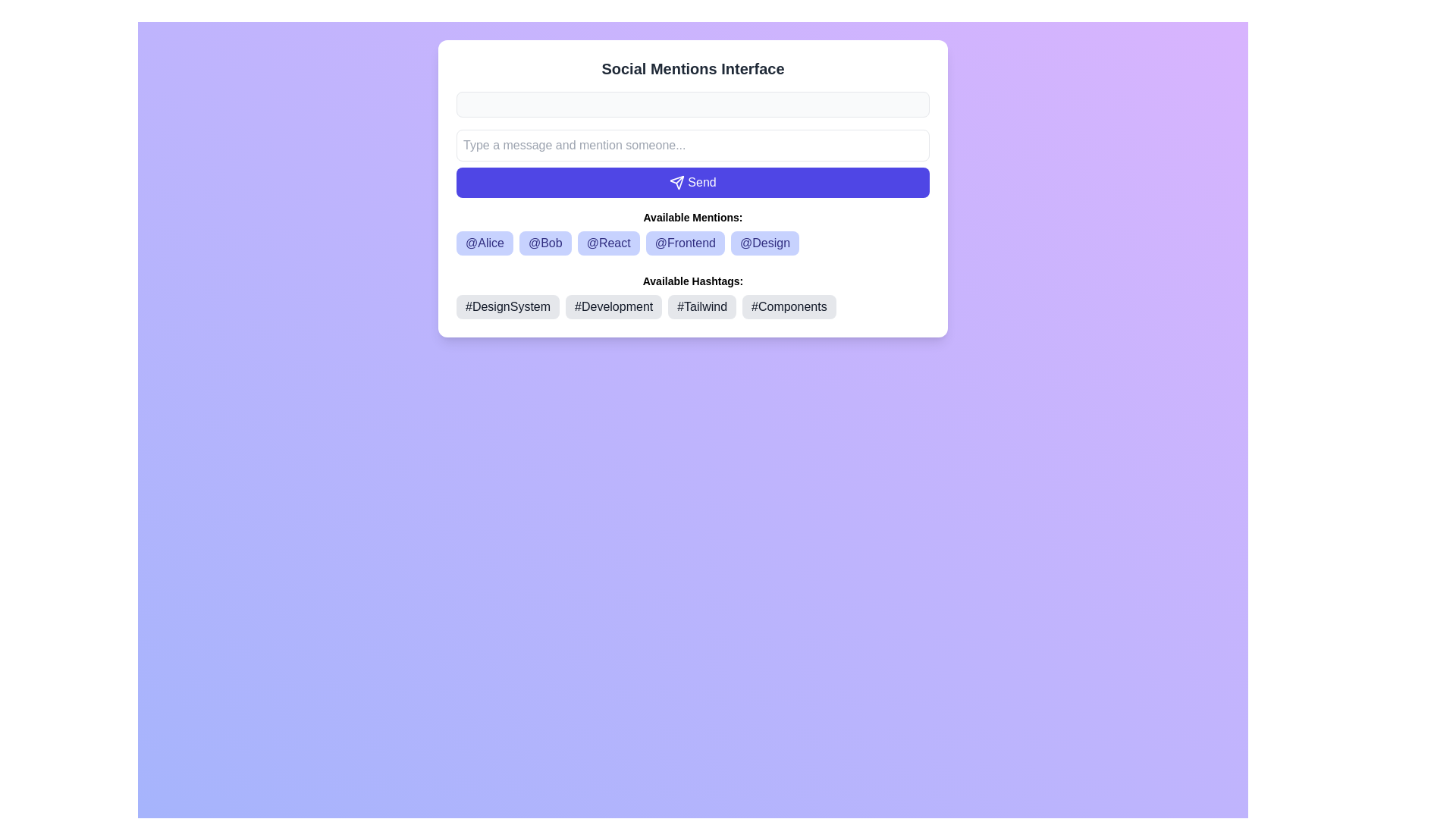  Describe the element at coordinates (764, 242) in the screenshot. I see `the '@Design' tag styled button, which is the last in the row of mentions under 'Available Mentions'` at that location.